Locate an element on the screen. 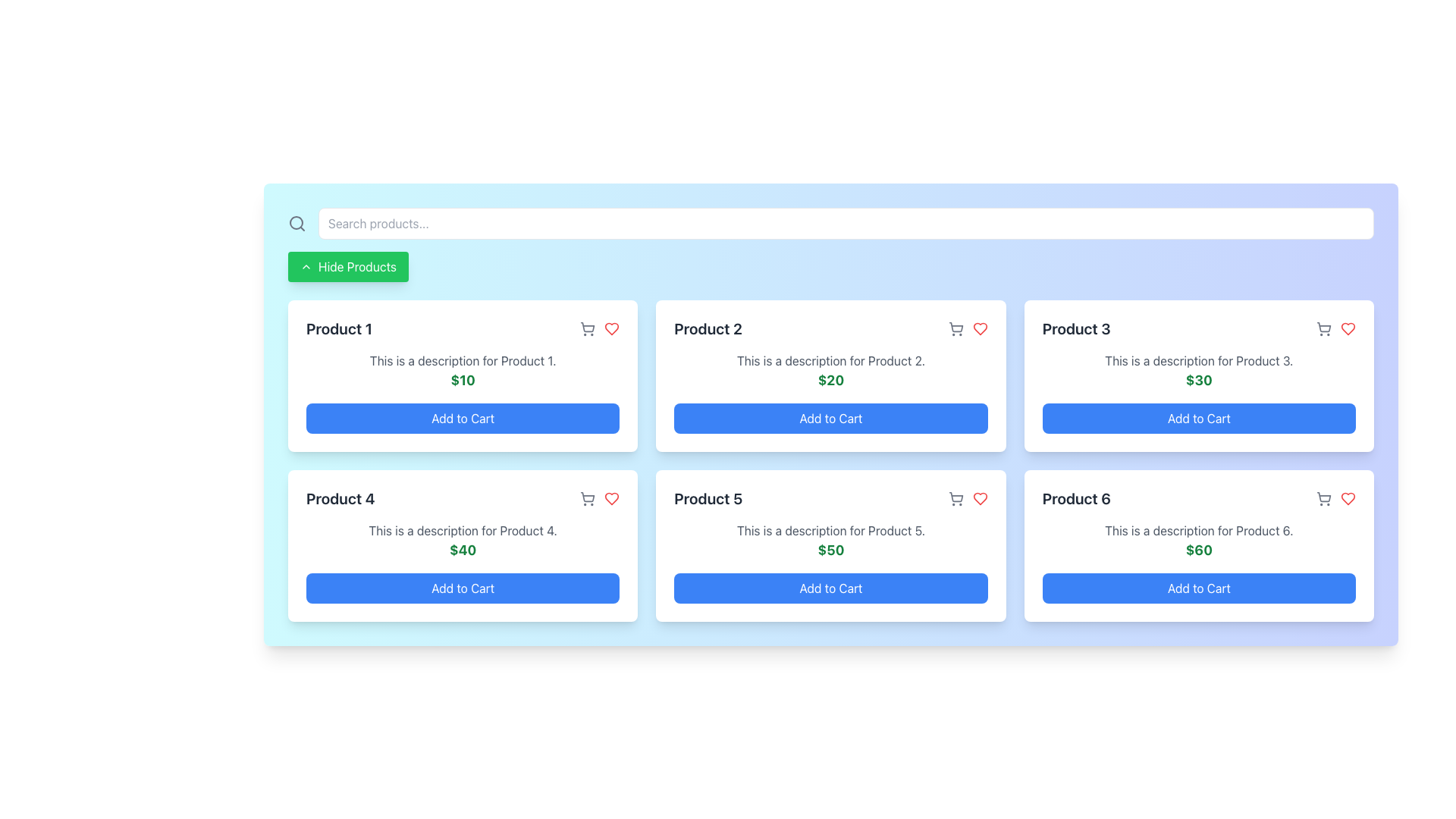  price value displayed for 'Product 2', which is located below the description text and above the 'Add to Cart' button is located at coordinates (830, 379).